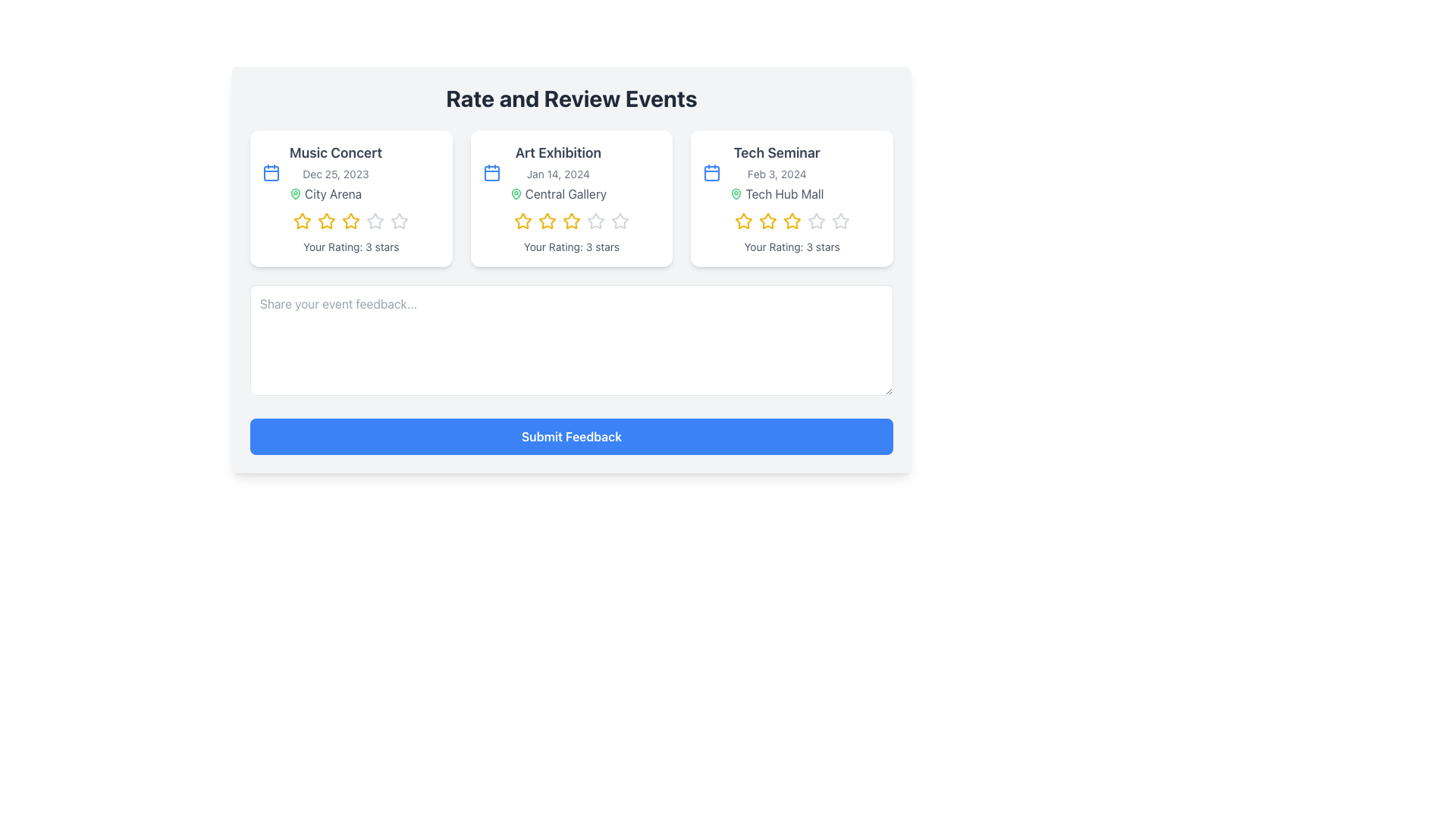 This screenshot has width=1456, height=819. What do you see at coordinates (350, 221) in the screenshot?
I see `the group of five star icons in the 'Music Concert' card` at bounding box center [350, 221].